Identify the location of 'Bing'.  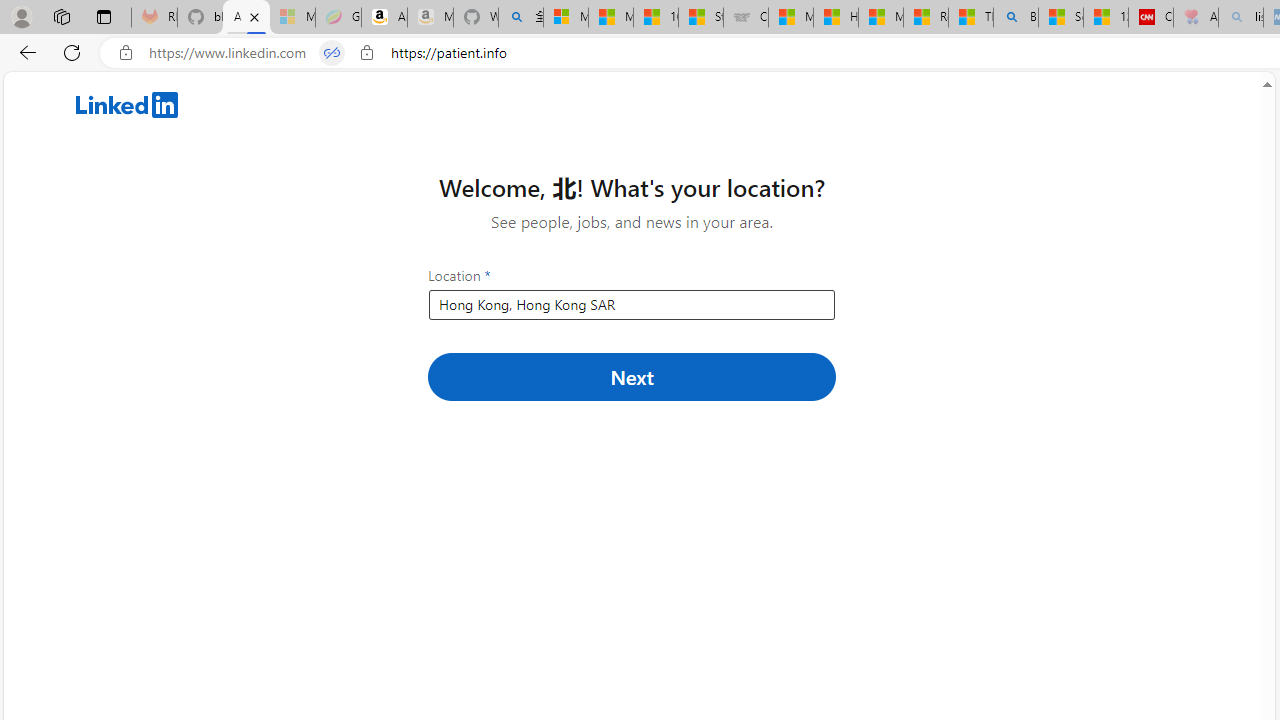
(1016, 17).